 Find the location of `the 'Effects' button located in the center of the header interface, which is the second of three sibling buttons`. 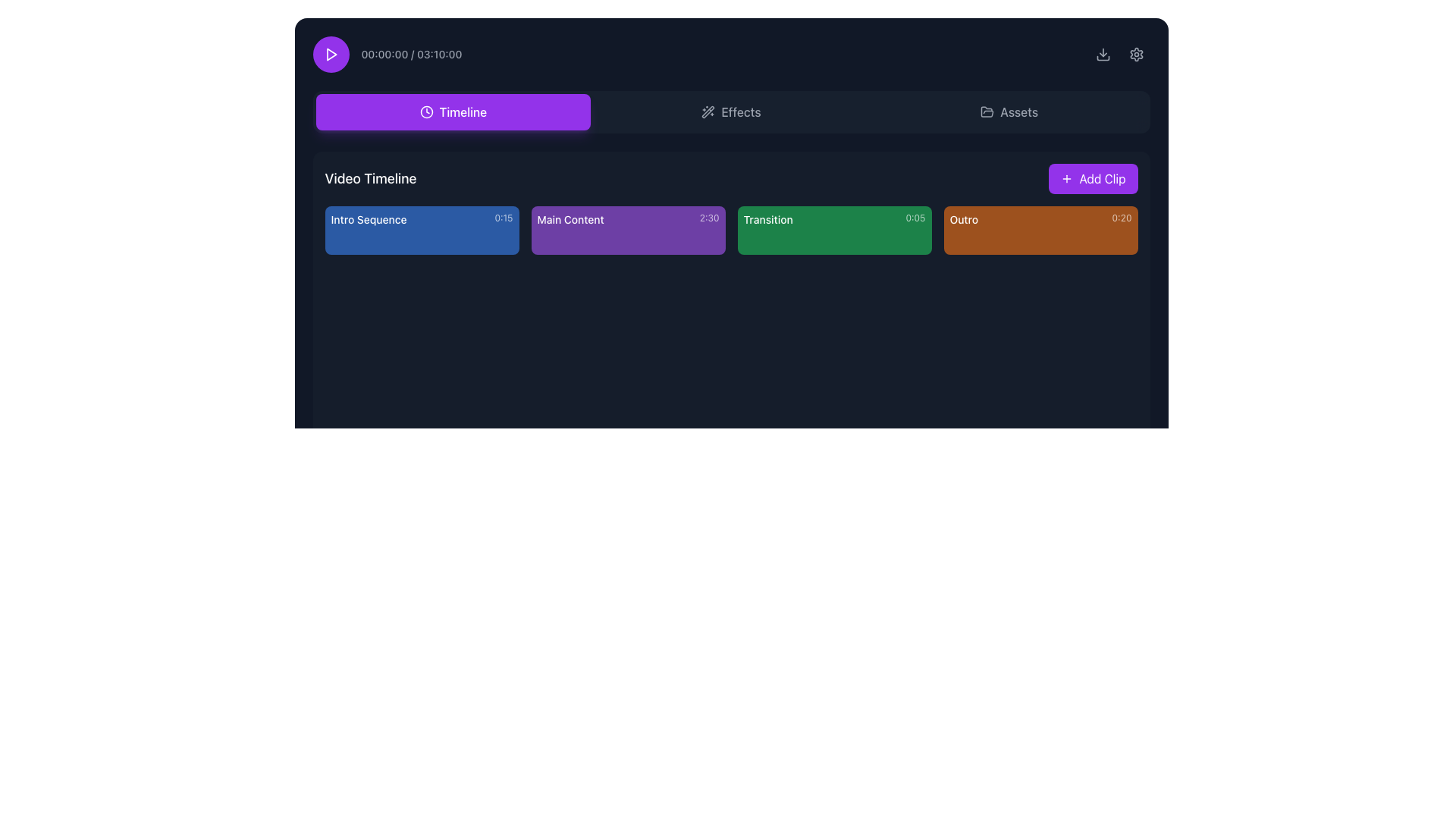

the 'Effects' button located in the center of the header interface, which is the second of three sibling buttons is located at coordinates (731, 111).